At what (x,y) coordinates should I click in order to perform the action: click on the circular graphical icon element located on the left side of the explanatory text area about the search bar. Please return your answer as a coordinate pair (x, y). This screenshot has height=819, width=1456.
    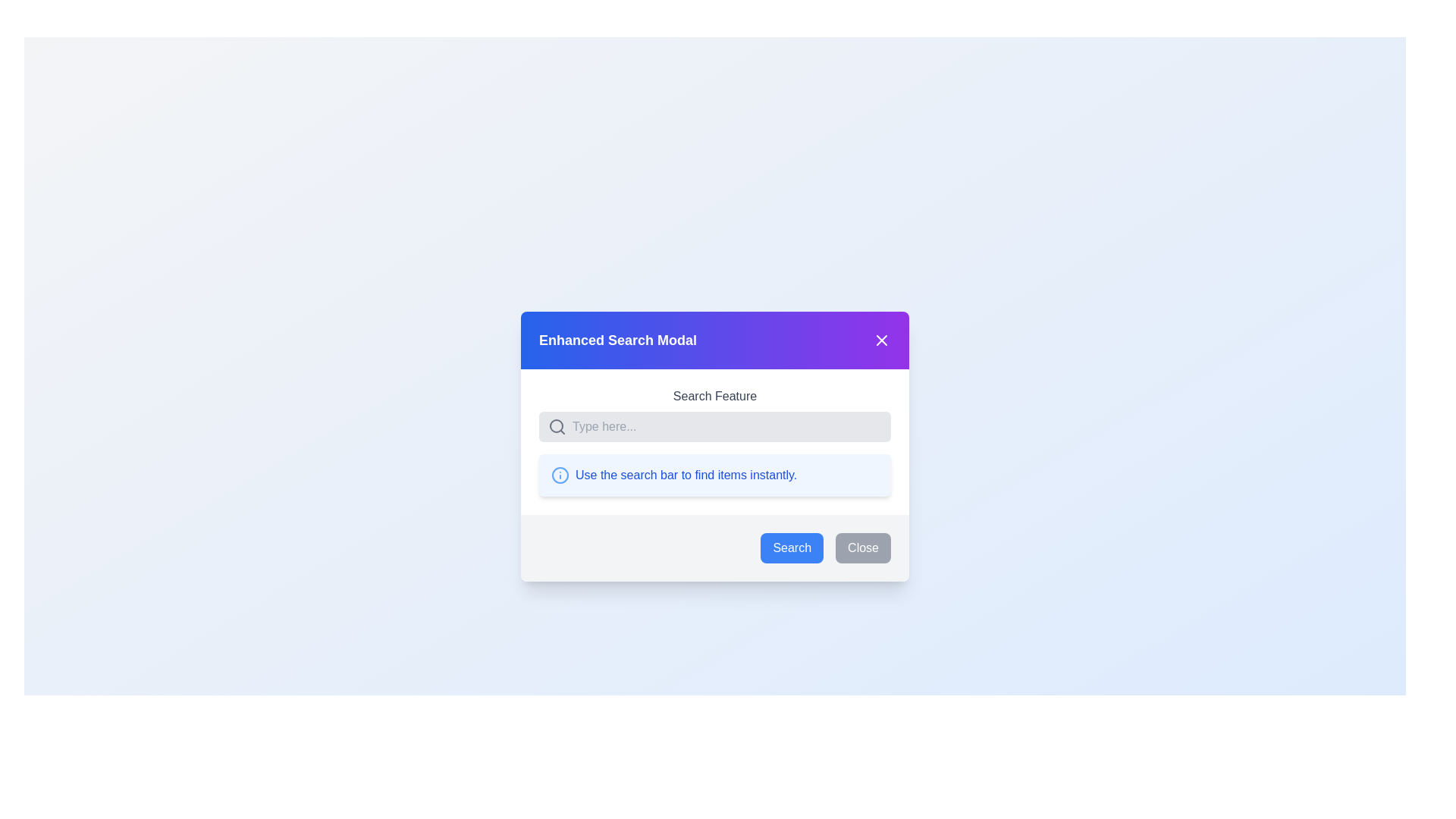
    Looking at the image, I should click on (560, 475).